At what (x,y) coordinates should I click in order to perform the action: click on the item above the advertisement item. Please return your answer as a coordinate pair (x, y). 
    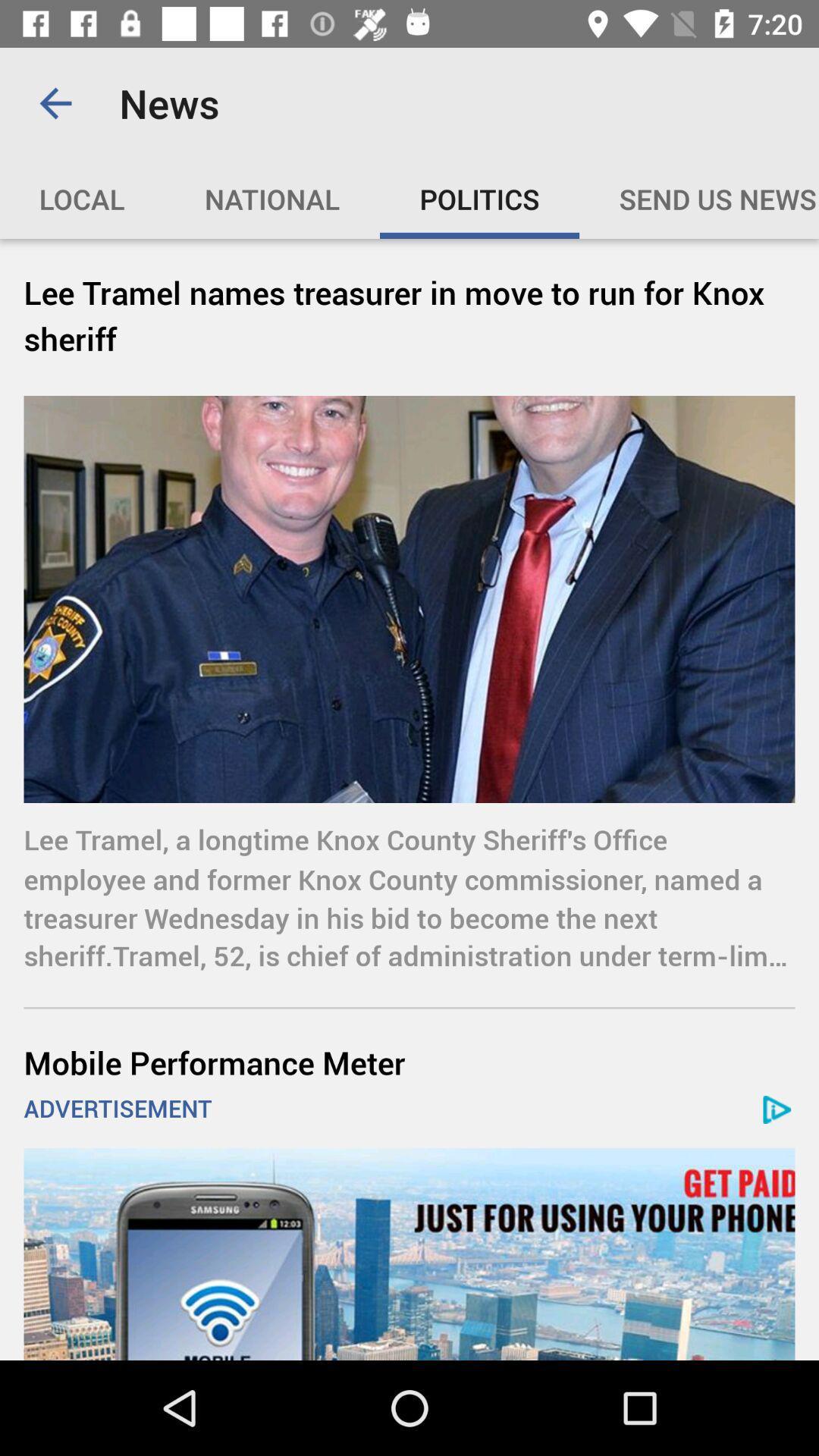
    Looking at the image, I should click on (409, 1062).